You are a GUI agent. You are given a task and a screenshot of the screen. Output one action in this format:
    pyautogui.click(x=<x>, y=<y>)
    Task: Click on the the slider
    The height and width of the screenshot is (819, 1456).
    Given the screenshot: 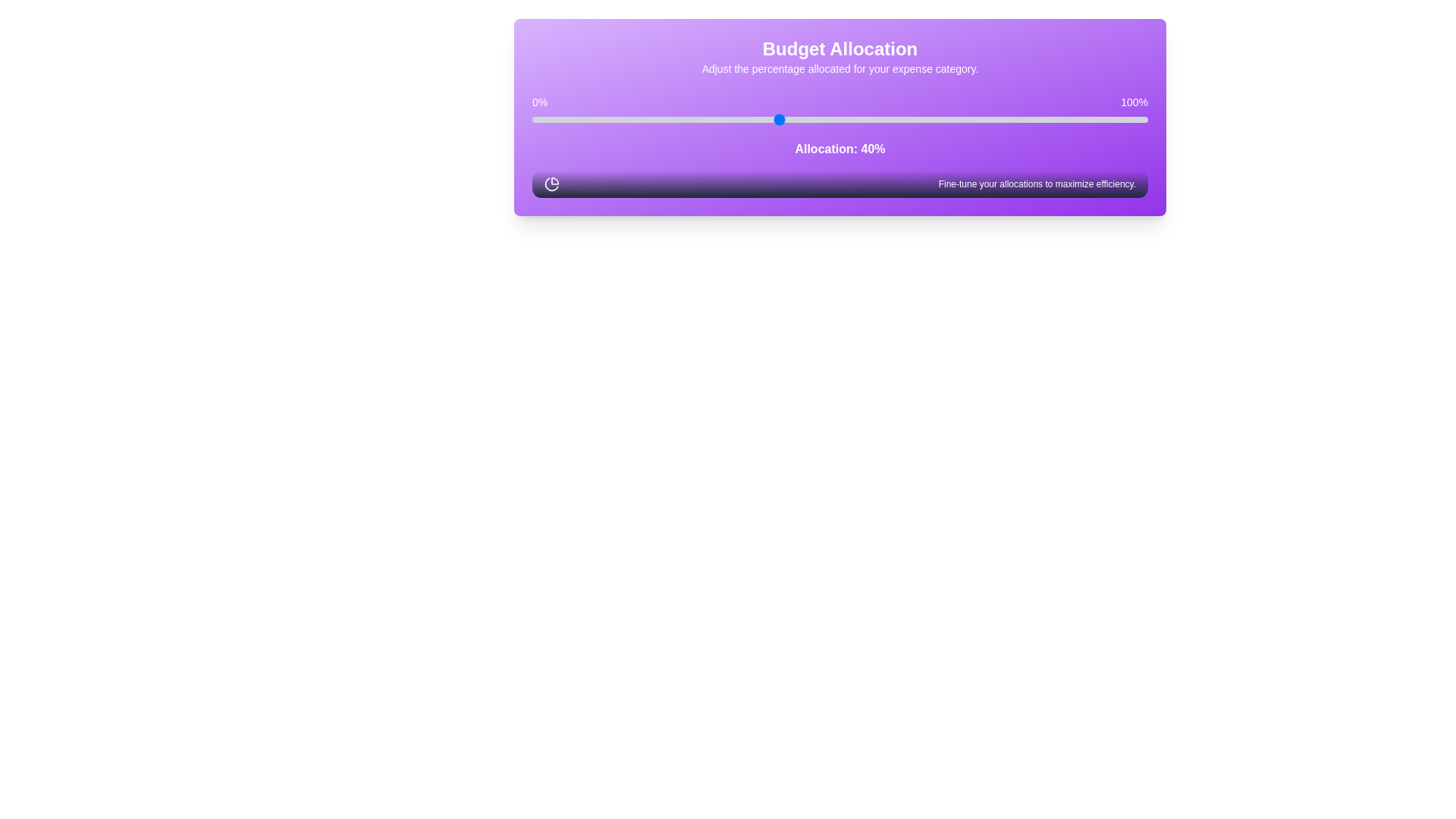 What is the action you would take?
    pyautogui.click(x=1012, y=119)
    